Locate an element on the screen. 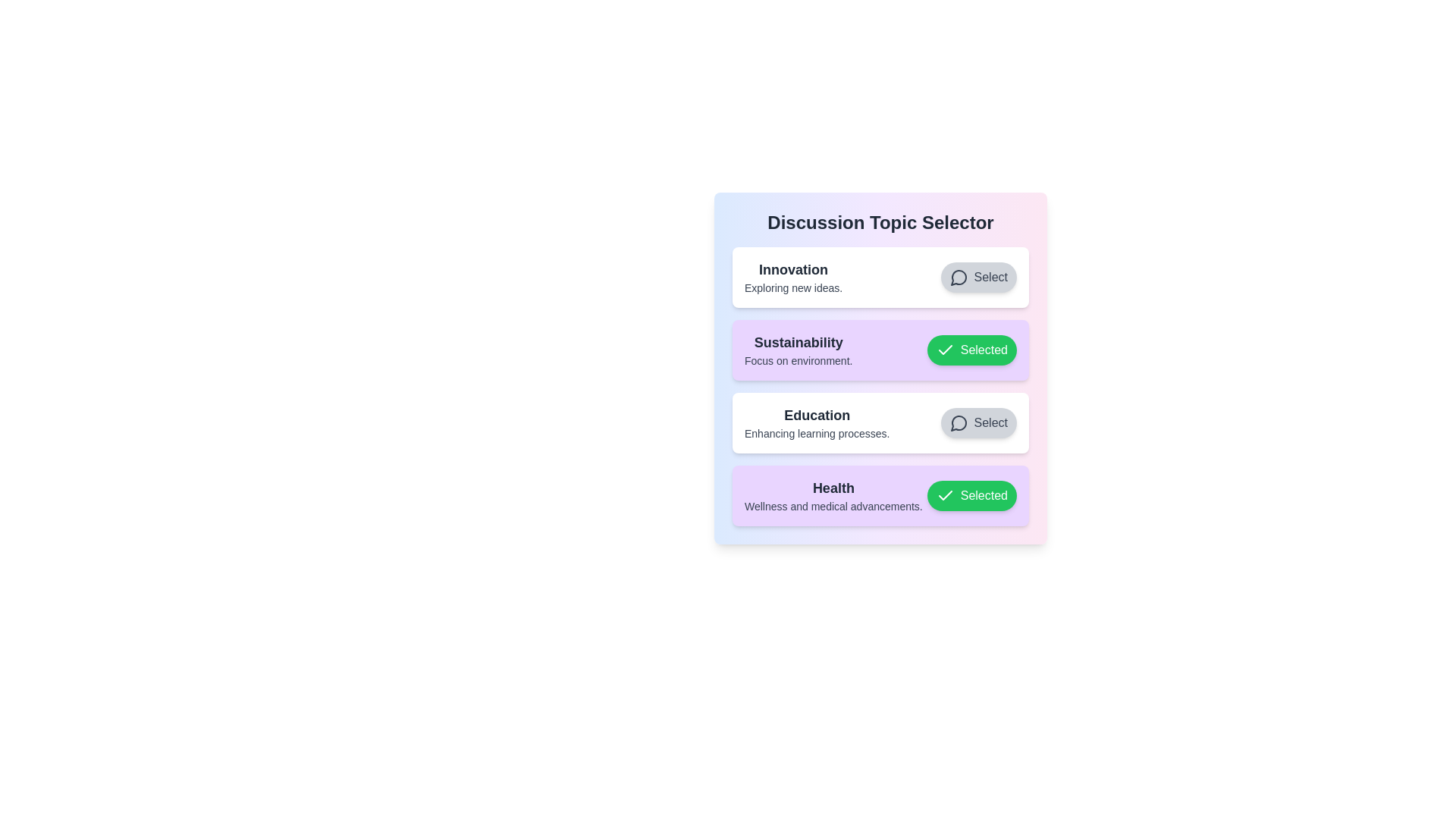 The height and width of the screenshot is (819, 1456). the topic Innovation to trigger the scaling effect is located at coordinates (880, 278).